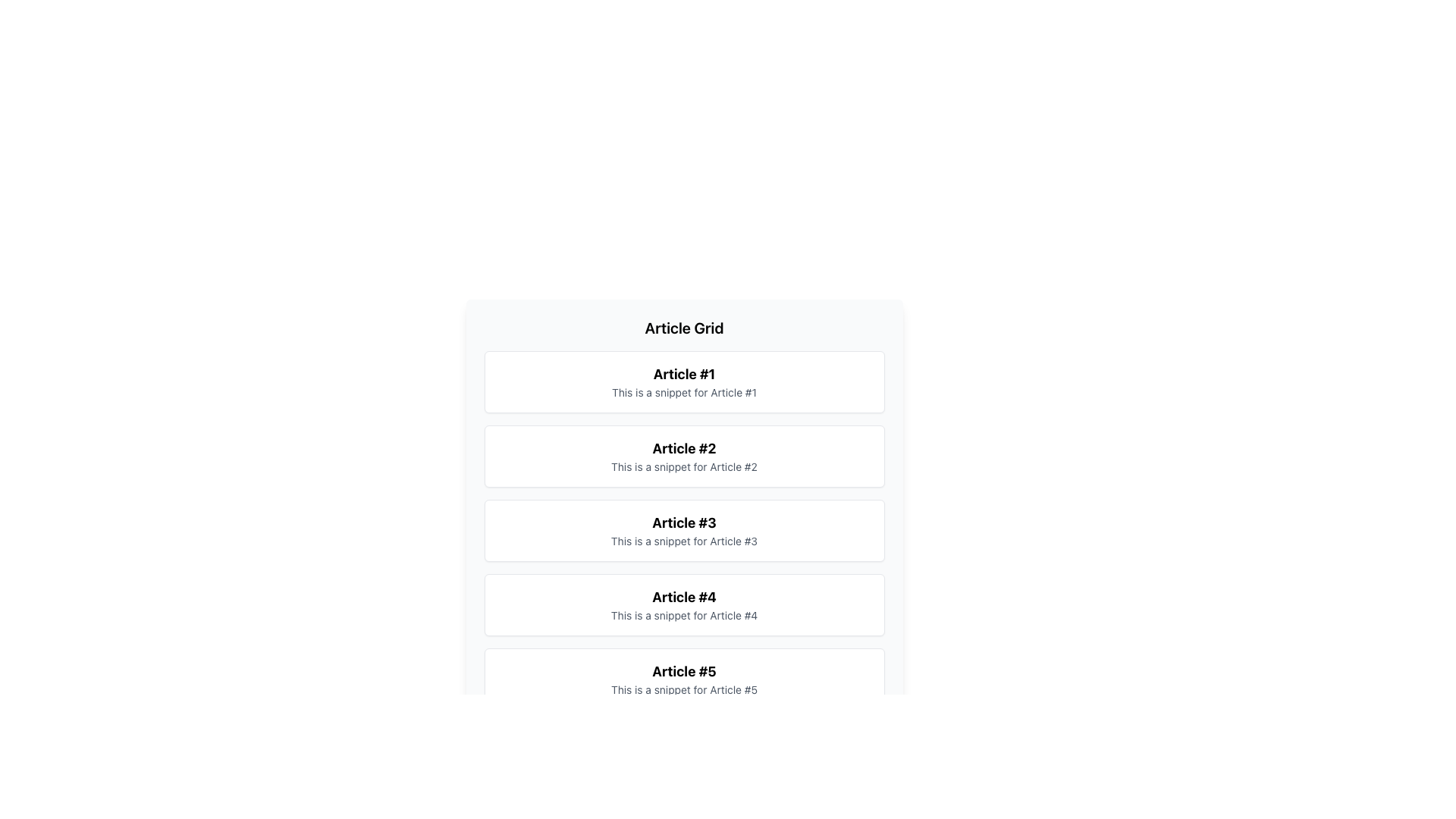 This screenshot has width=1456, height=819. I want to click on the text snippet containing 'This is a snippet for Article #1', which is styled with small gray text and located below the bolder title 'Article #1' in a white card, so click(683, 391).